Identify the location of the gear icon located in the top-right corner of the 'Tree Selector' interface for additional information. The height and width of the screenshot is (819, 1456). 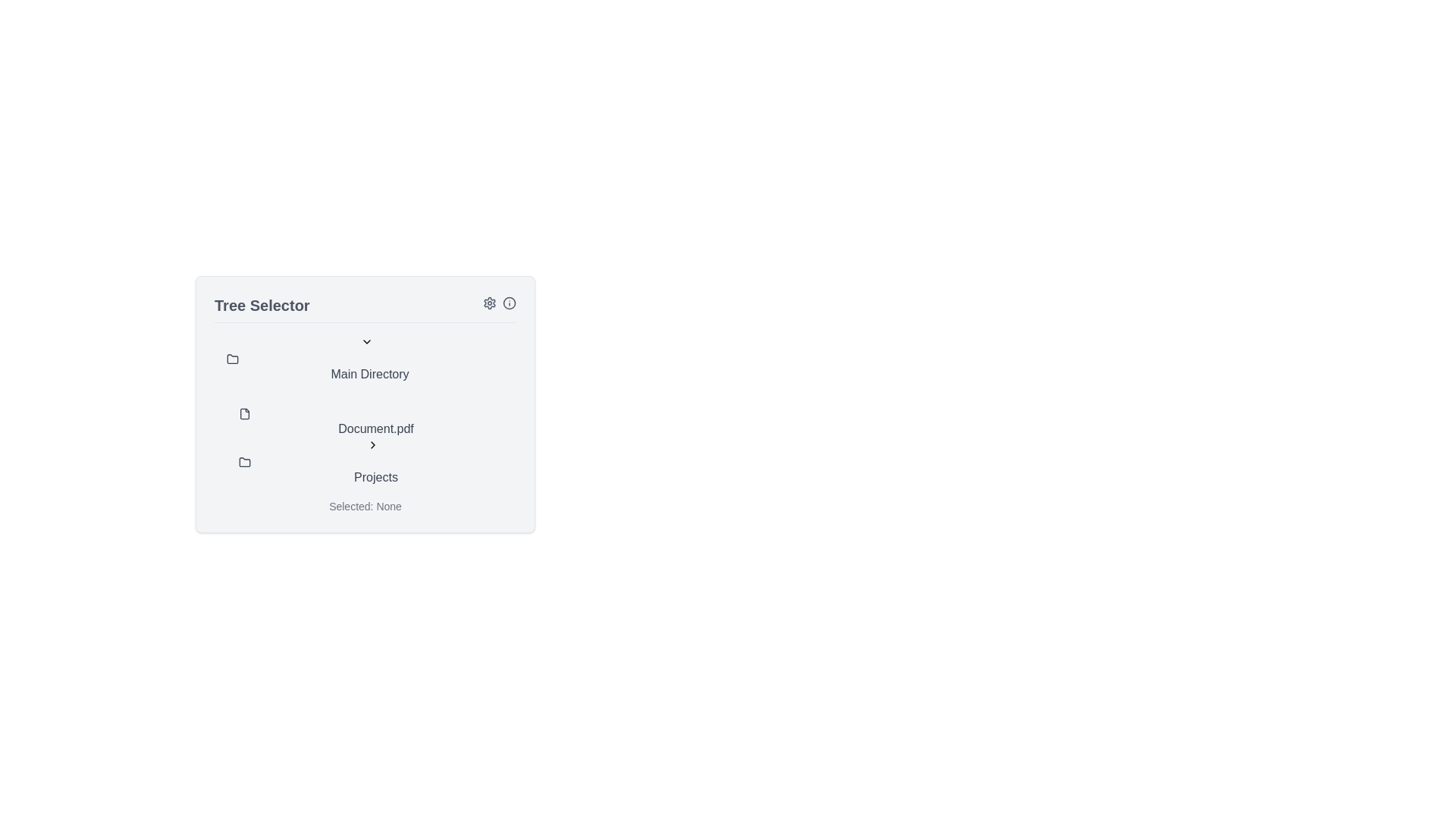
(490, 302).